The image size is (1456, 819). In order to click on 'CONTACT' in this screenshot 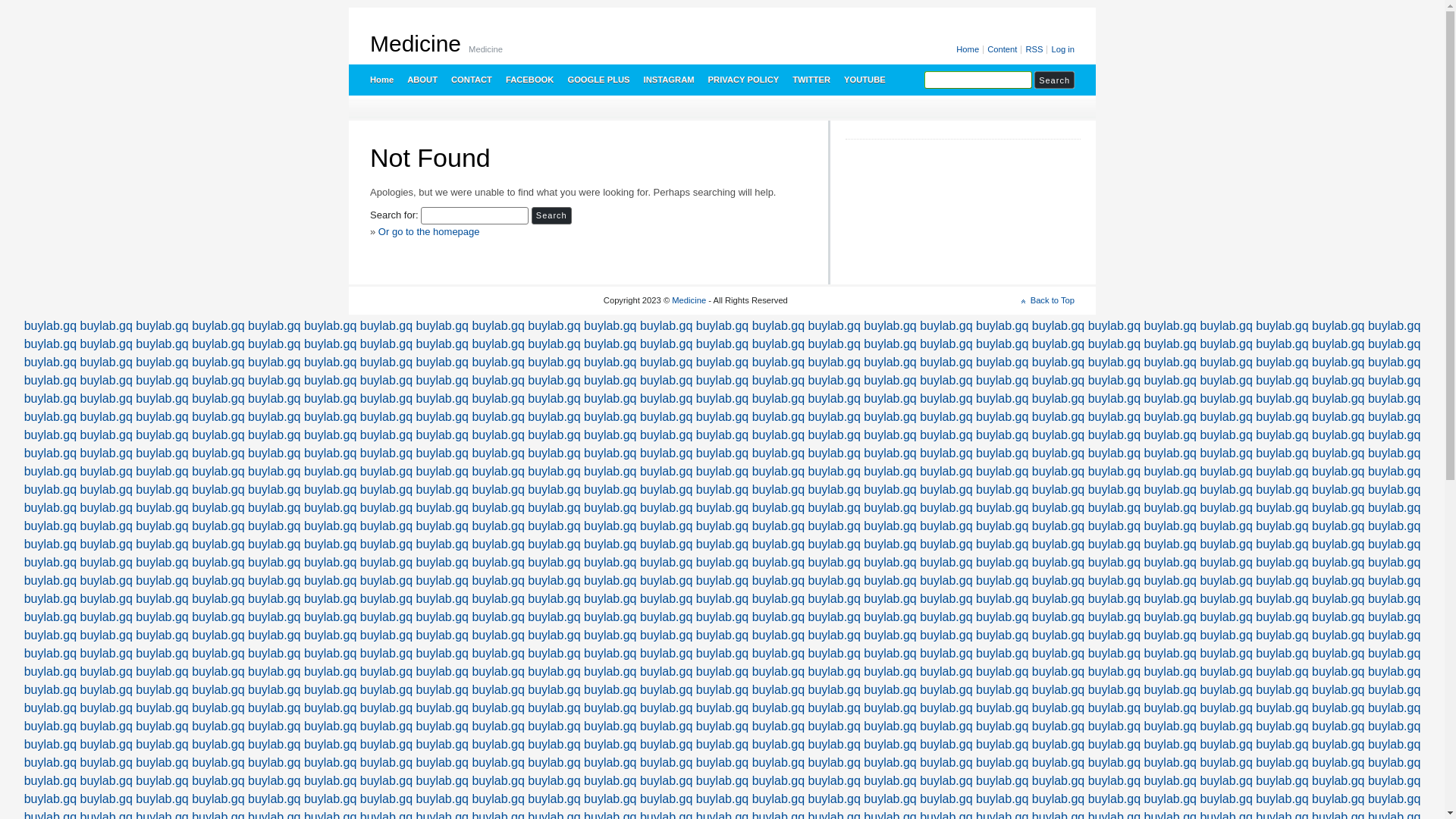, I will do `click(469, 79)`.